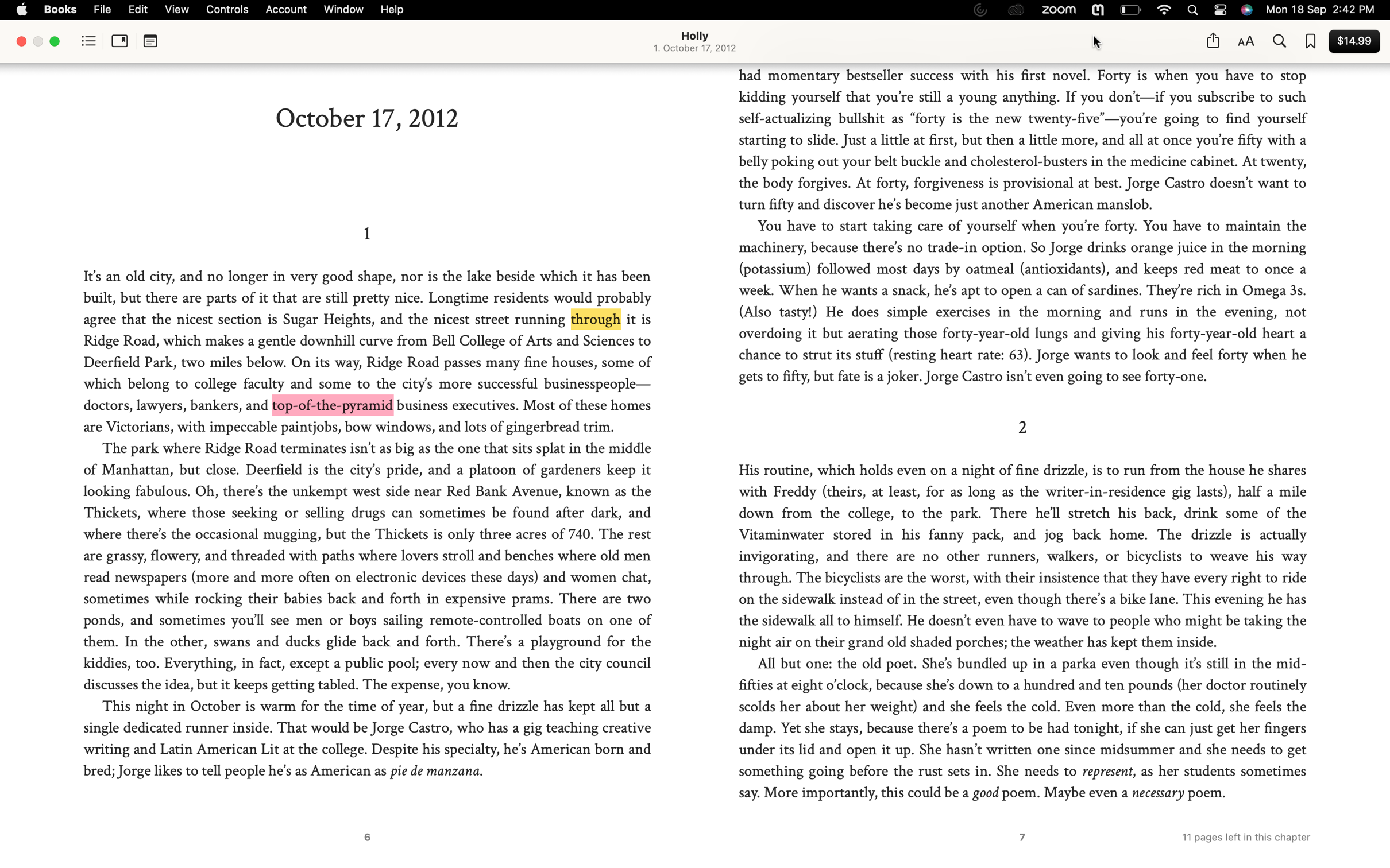 This screenshot has height=868, width=1390. Describe the element at coordinates (1278, 42) in the screenshot. I see `Determine the instances of the term "angry" in the digital book` at that location.